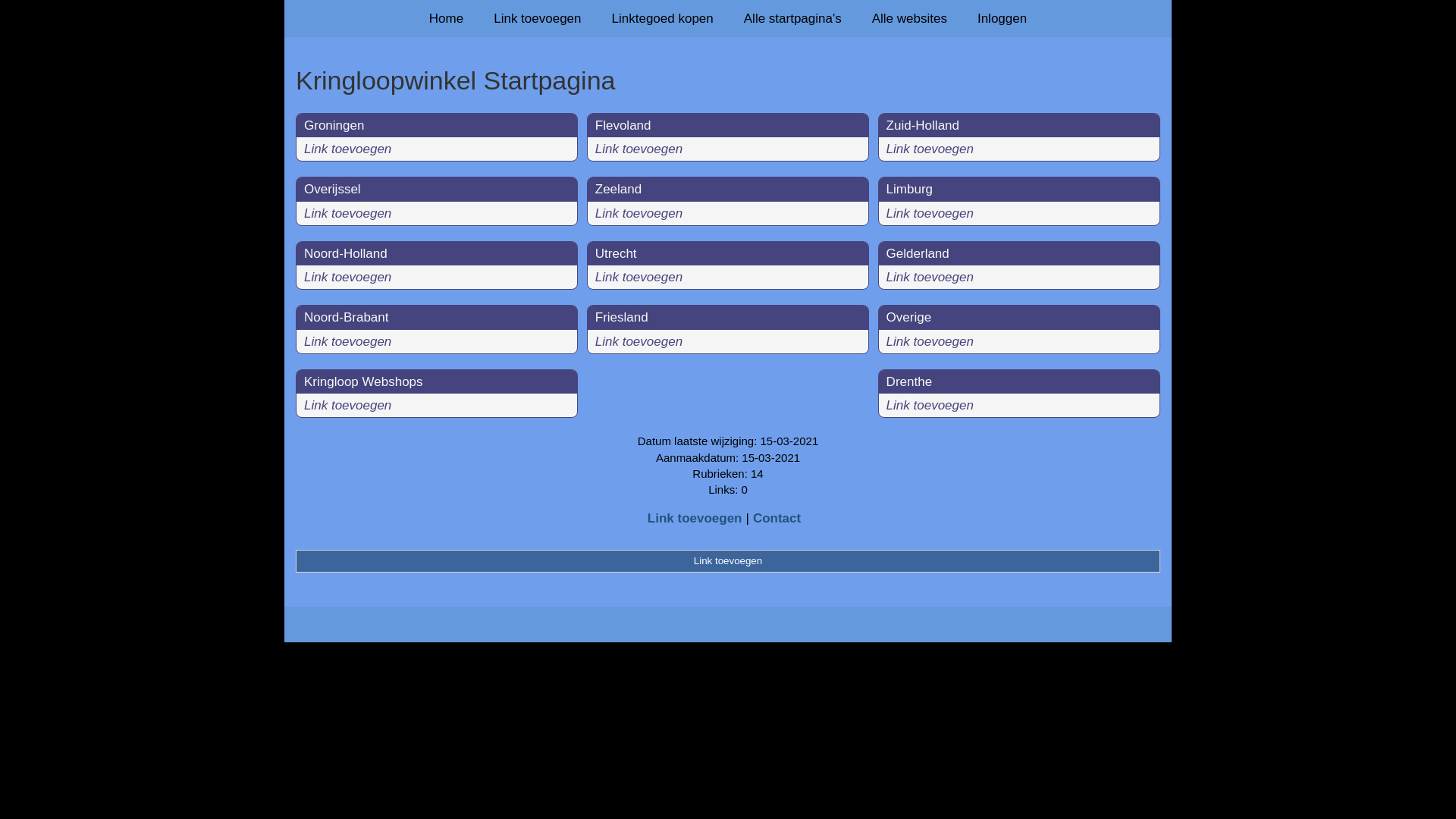  Describe the element at coordinates (1002, 18) in the screenshot. I see `'Inloggen'` at that location.